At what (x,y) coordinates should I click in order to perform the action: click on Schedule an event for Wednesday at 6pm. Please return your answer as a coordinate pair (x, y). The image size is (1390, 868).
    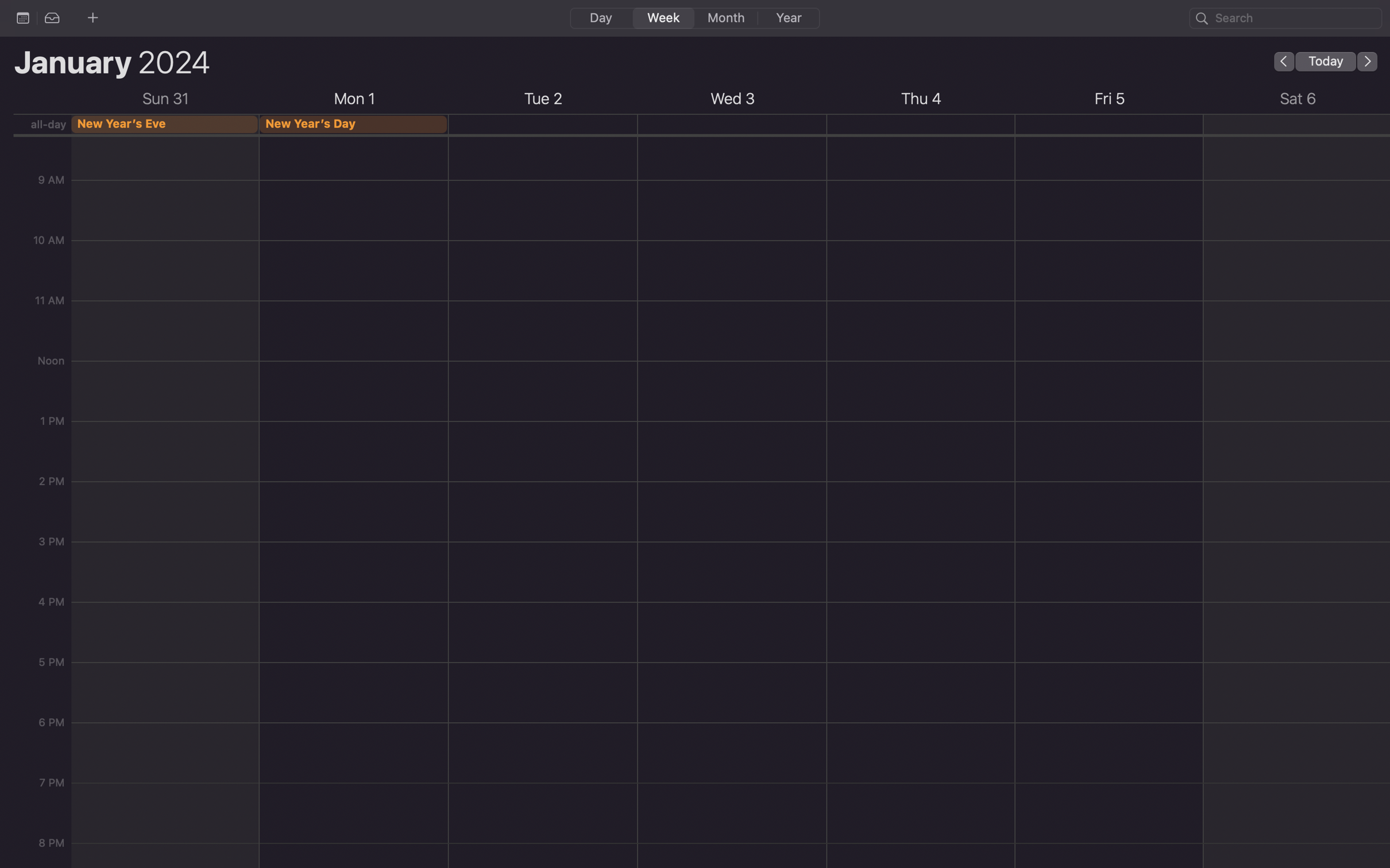
    Looking at the image, I should click on (734, 741).